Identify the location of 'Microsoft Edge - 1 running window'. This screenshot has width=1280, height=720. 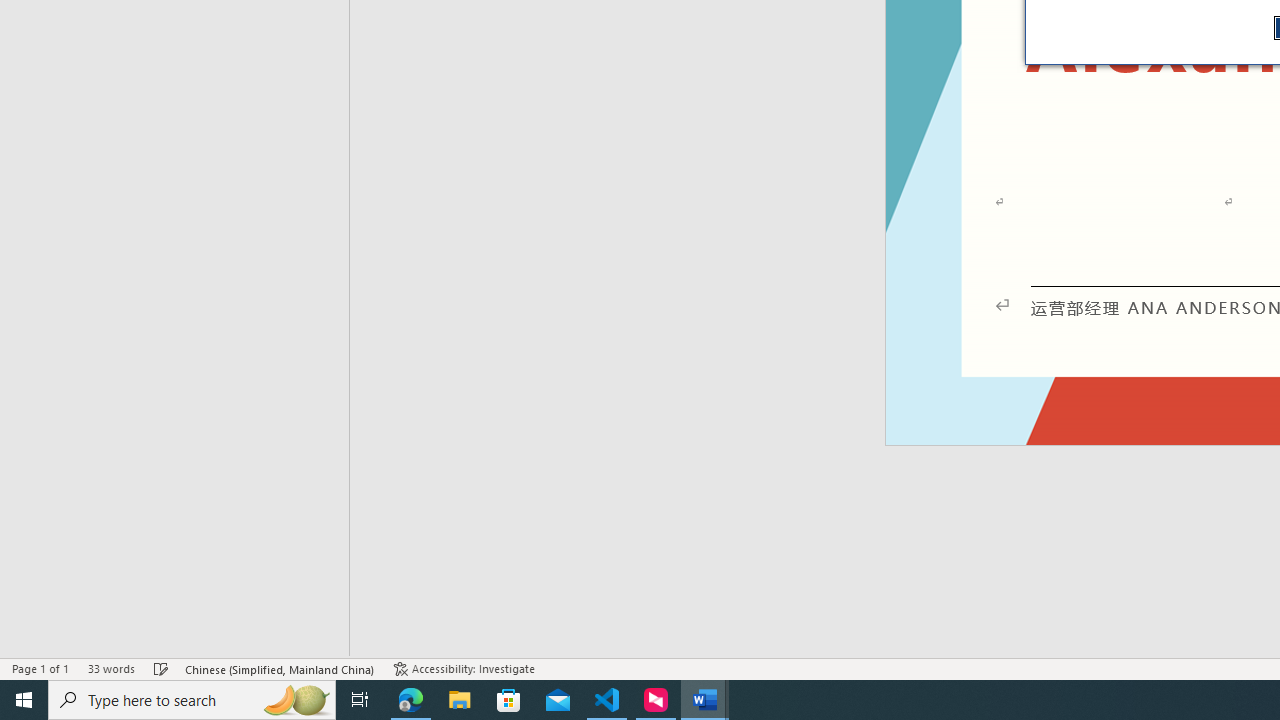
(410, 698).